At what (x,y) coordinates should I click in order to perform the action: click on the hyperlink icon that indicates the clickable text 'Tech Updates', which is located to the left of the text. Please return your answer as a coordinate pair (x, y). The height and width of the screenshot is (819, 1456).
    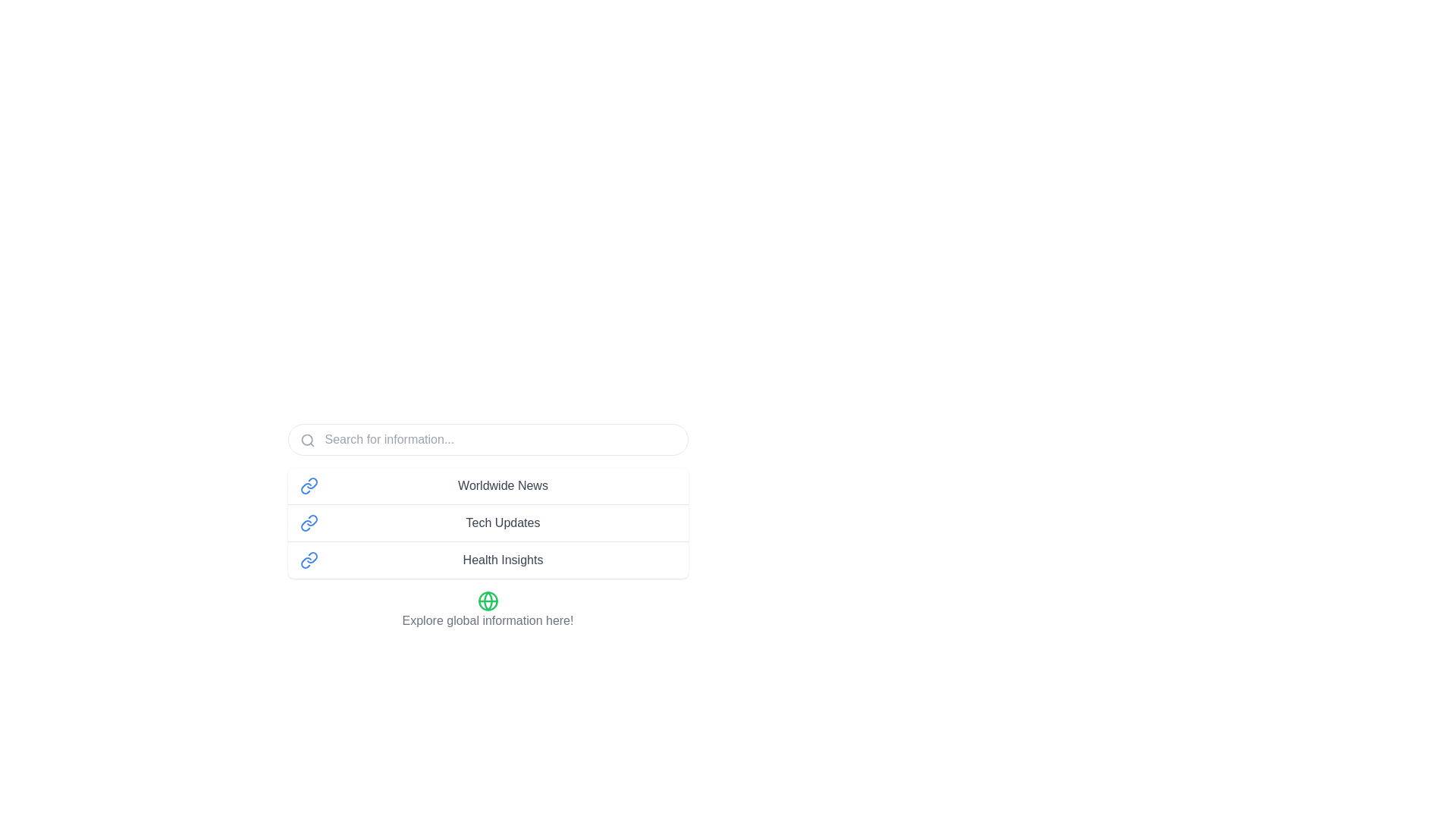
    Looking at the image, I should click on (308, 522).